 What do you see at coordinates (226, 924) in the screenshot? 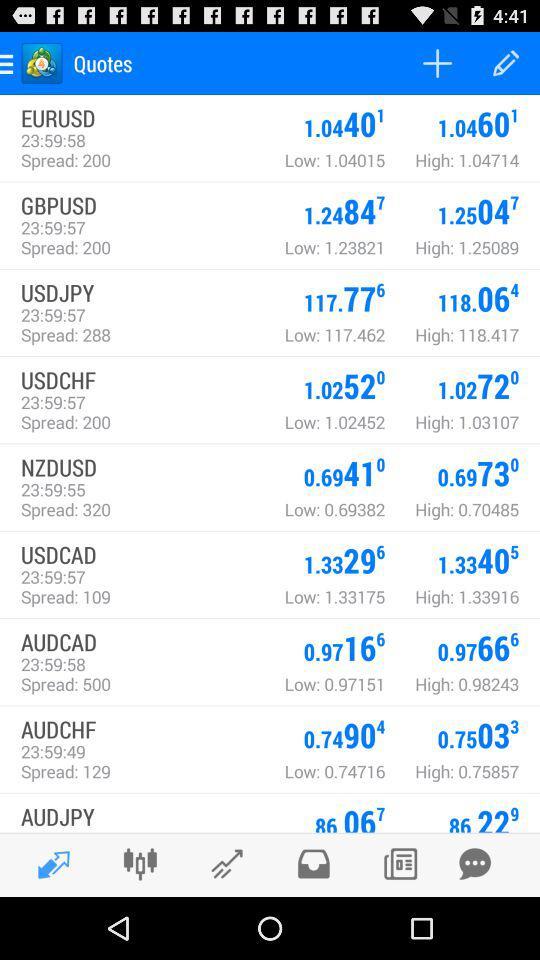
I see `the edit icon` at bounding box center [226, 924].